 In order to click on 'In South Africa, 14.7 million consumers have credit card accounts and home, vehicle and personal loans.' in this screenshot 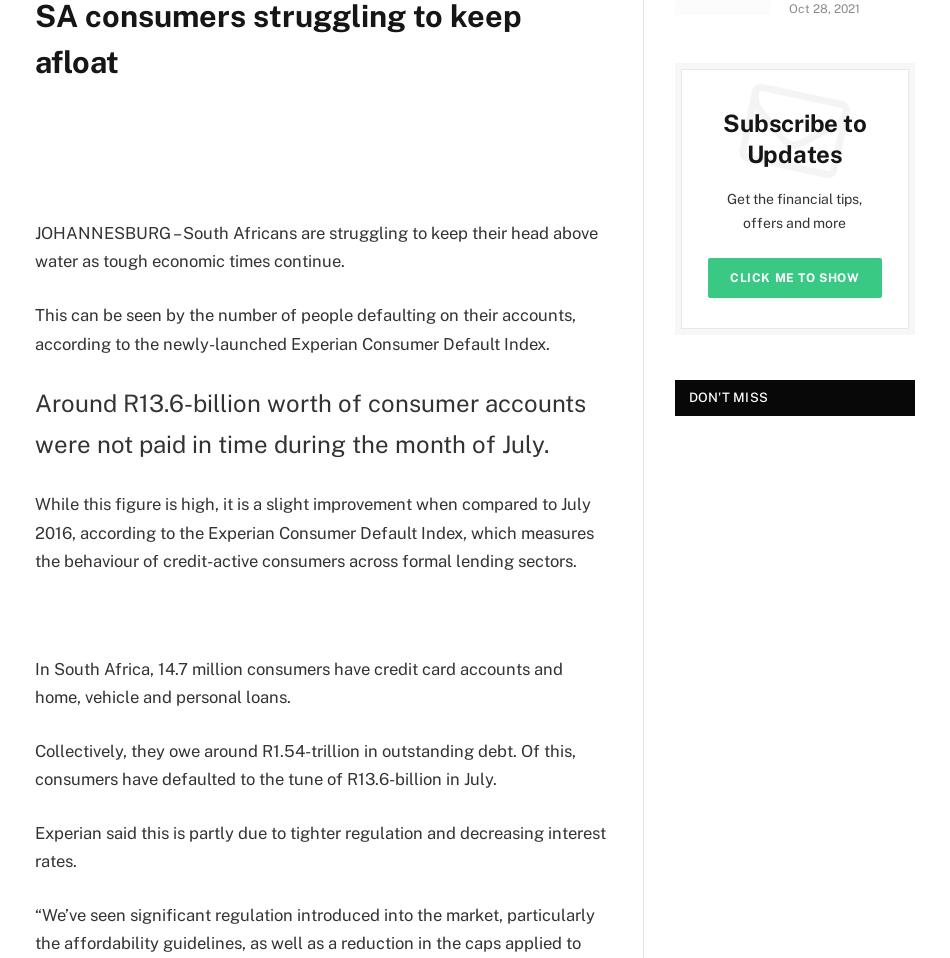, I will do `click(297, 681)`.